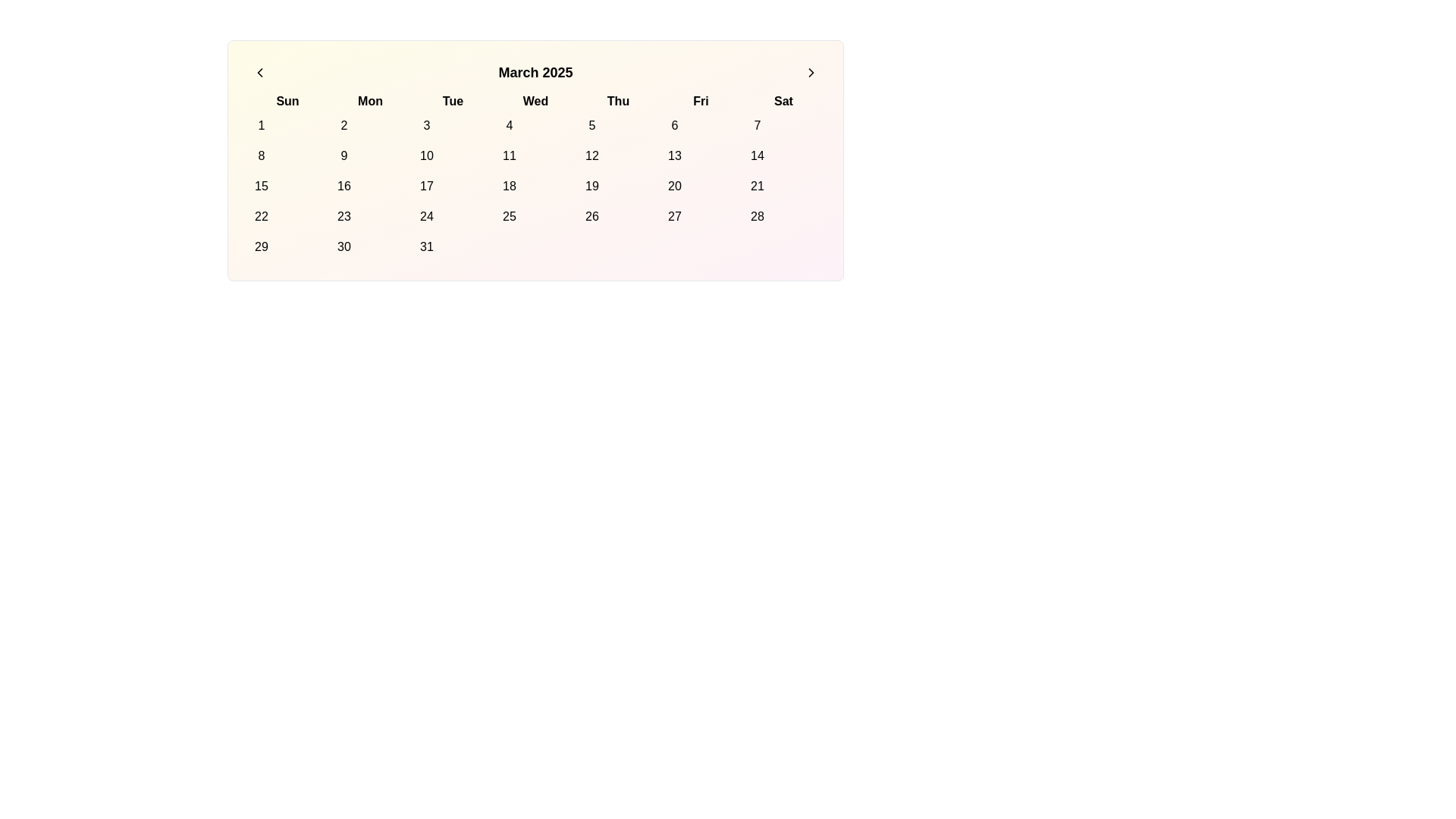  What do you see at coordinates (425, 155) in the screenshot?
I see `the circular button labeled '10' in the calendar grid under 'Tue'` at bounding box center [425, 155].